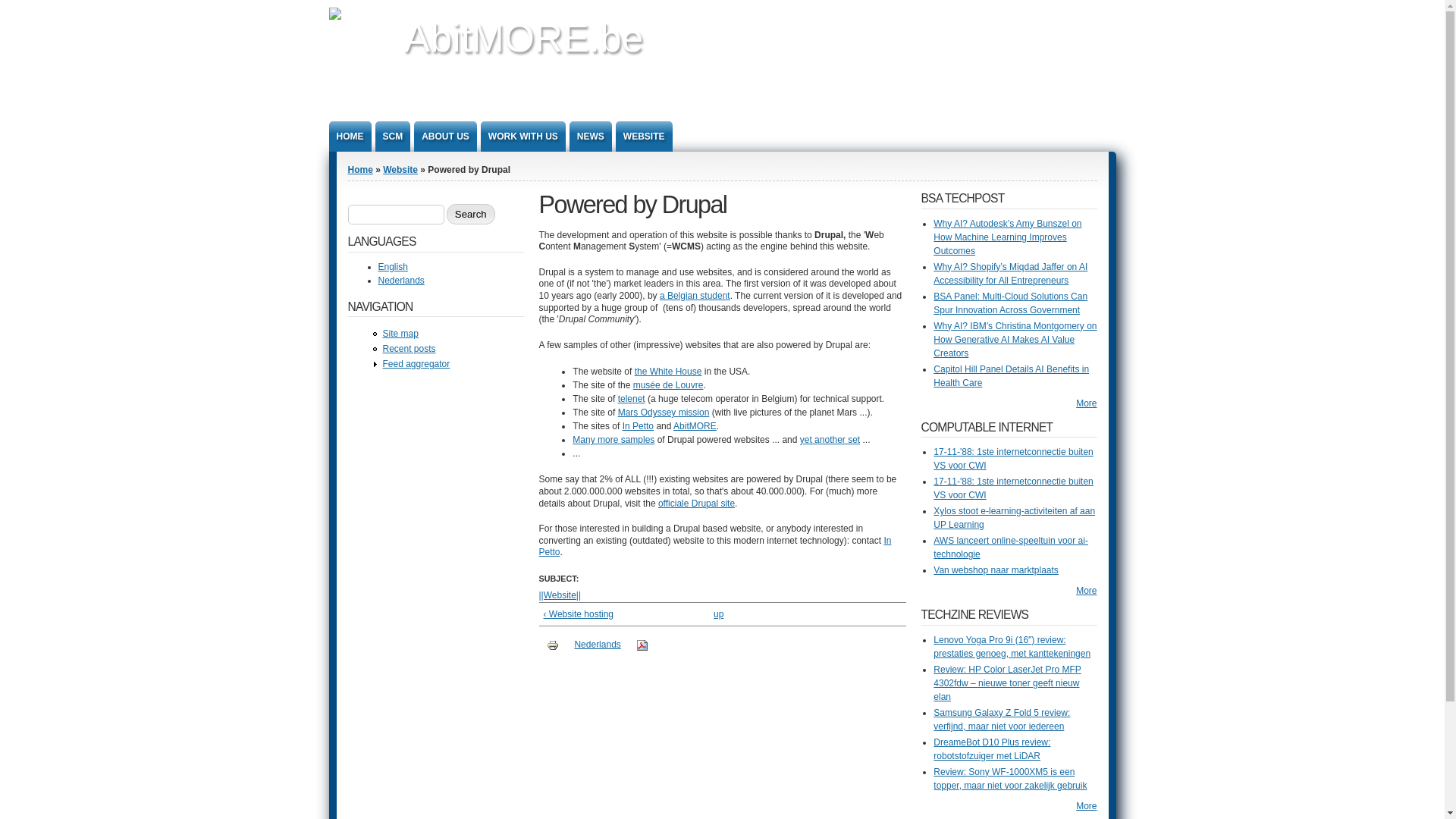 The height and width of the screenshot is (819, 1456). What do you see at coordinates (392, 265) in the screenshot?
I see `'English'` at bounding box center [392, 265].